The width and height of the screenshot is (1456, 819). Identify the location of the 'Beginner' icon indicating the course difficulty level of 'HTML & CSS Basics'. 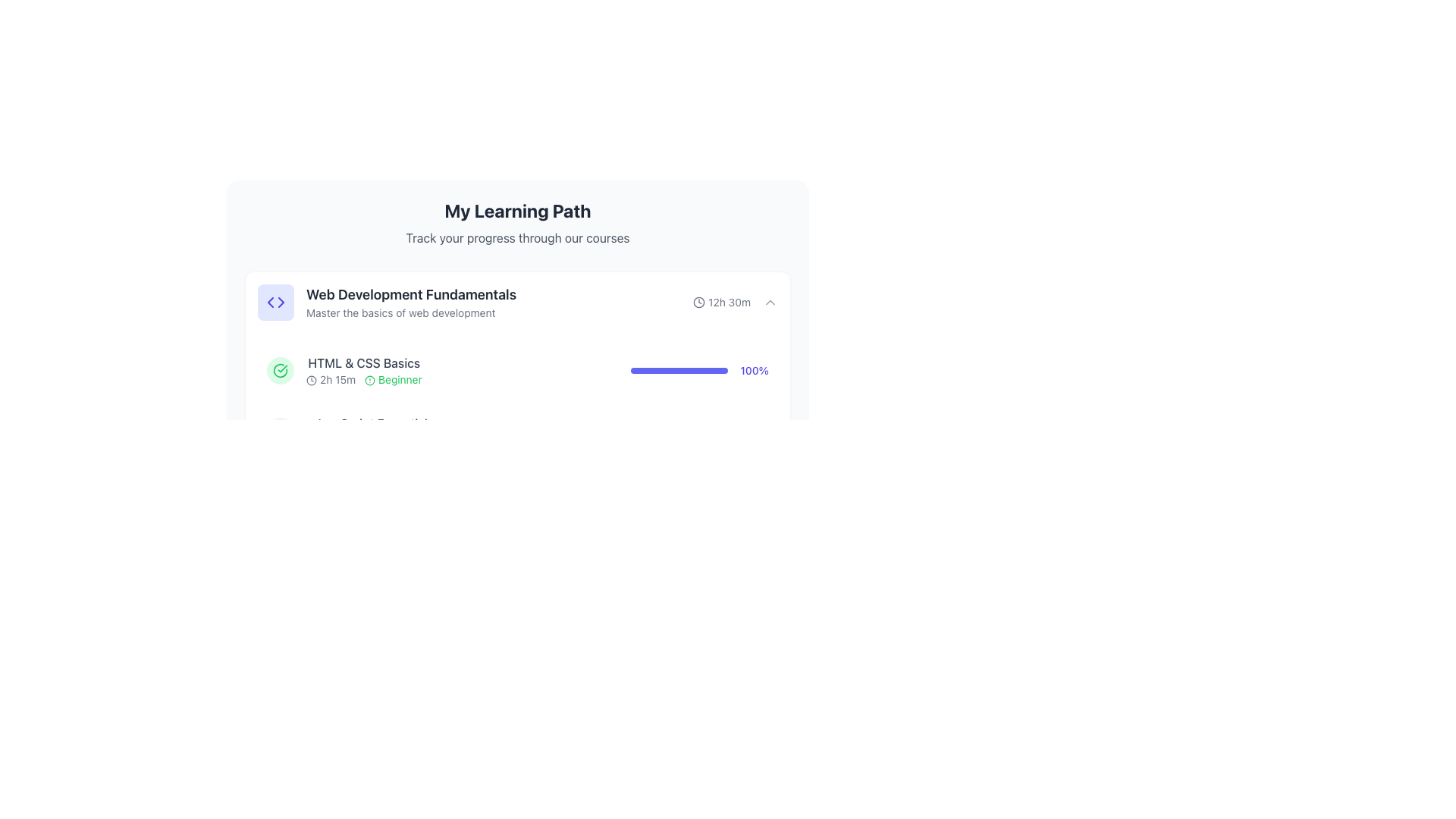
(370, 380).